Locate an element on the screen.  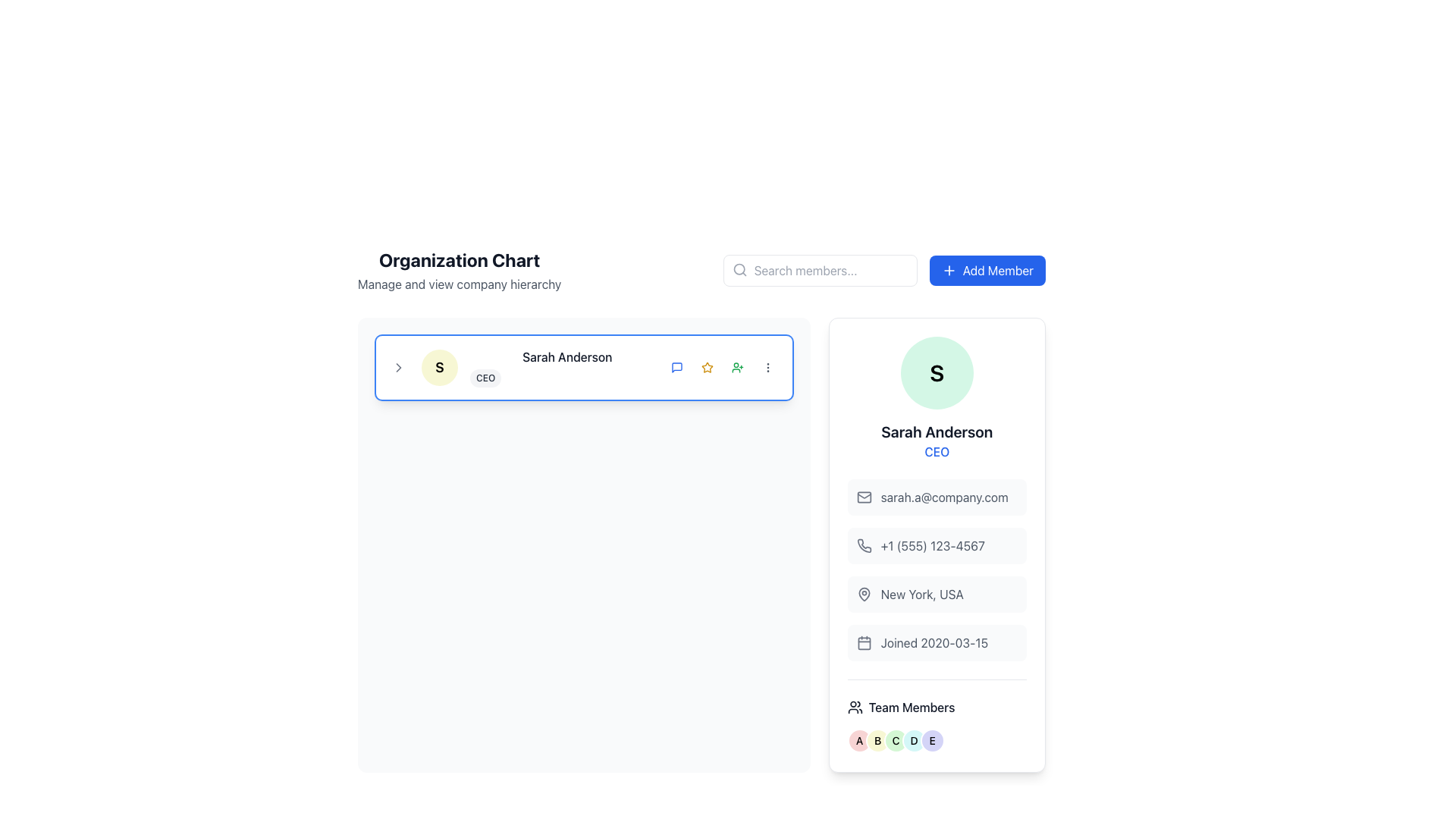
the small phone icon, which is a monochromatic gray curved handset located on the right panel of the user information section, preceding the phone number text is located at coordinates (864, 544).